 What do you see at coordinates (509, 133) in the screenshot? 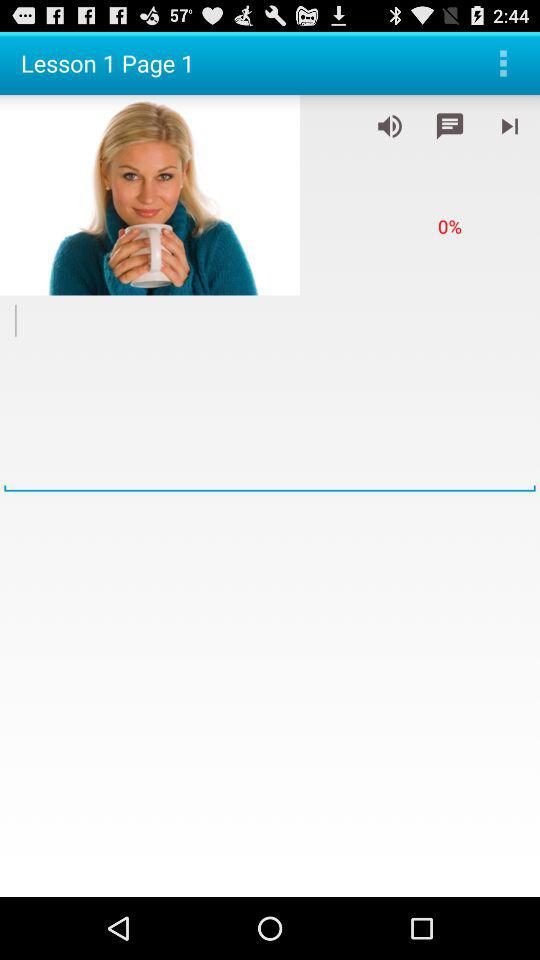
I see `the skip_next icon` at bounding box center [509, 133].